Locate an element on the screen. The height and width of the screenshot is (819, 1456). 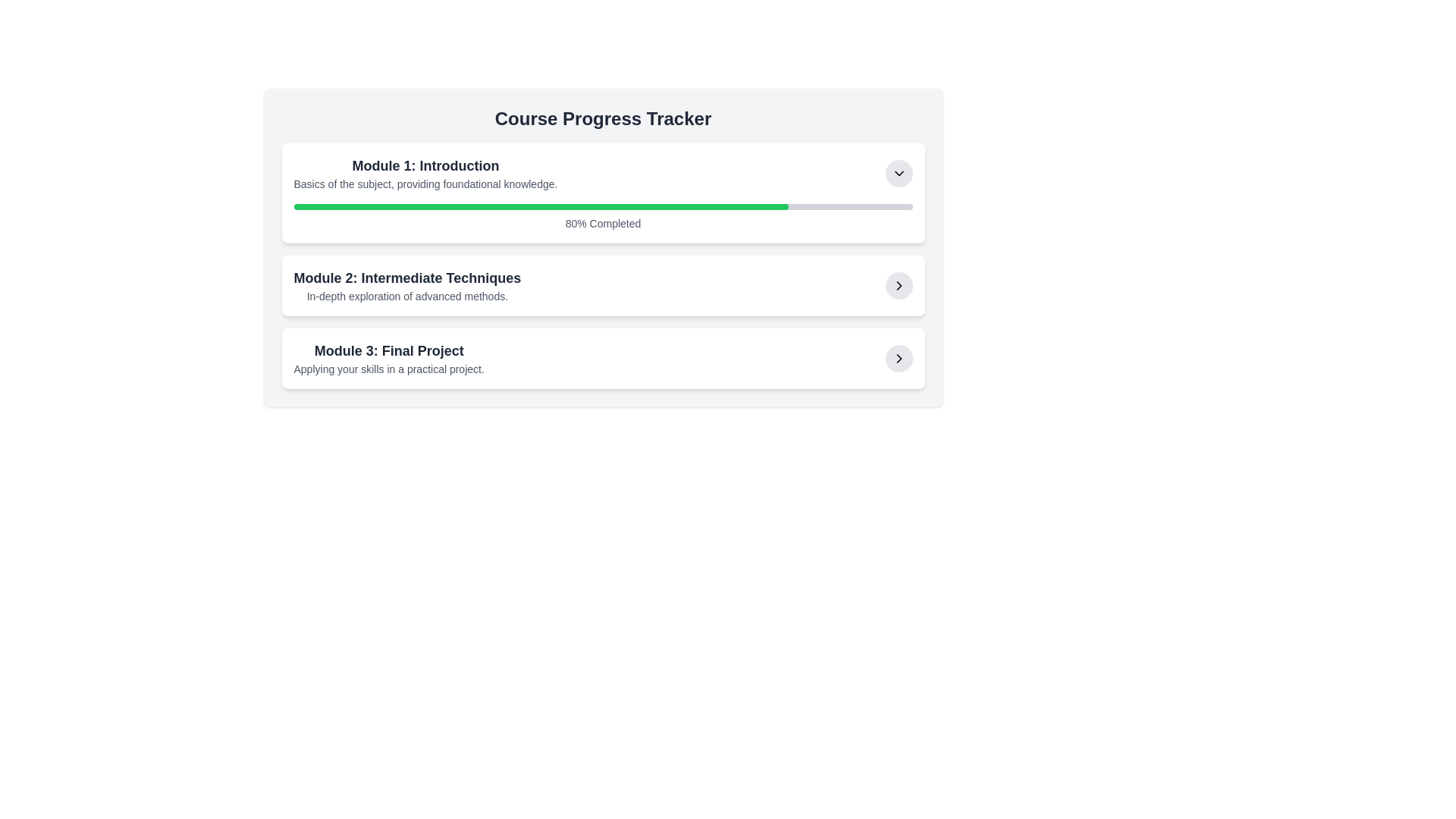
the circular button with a gray background and a black right-pointing arrow, located to the right of the 'Module 2: Intermediate Techniques' section and aligned with the descriptive text below is located at coordinates (899, 286).